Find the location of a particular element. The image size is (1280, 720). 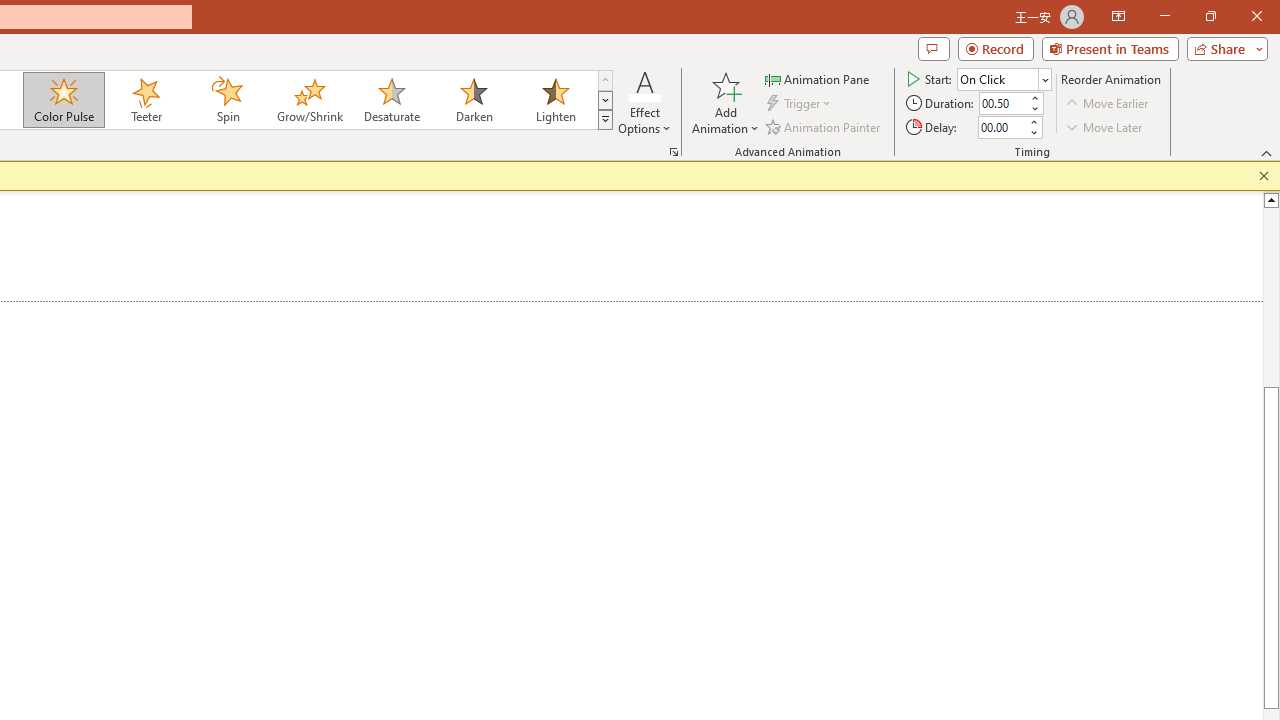

'More' is located at coordinates (1033, 121).